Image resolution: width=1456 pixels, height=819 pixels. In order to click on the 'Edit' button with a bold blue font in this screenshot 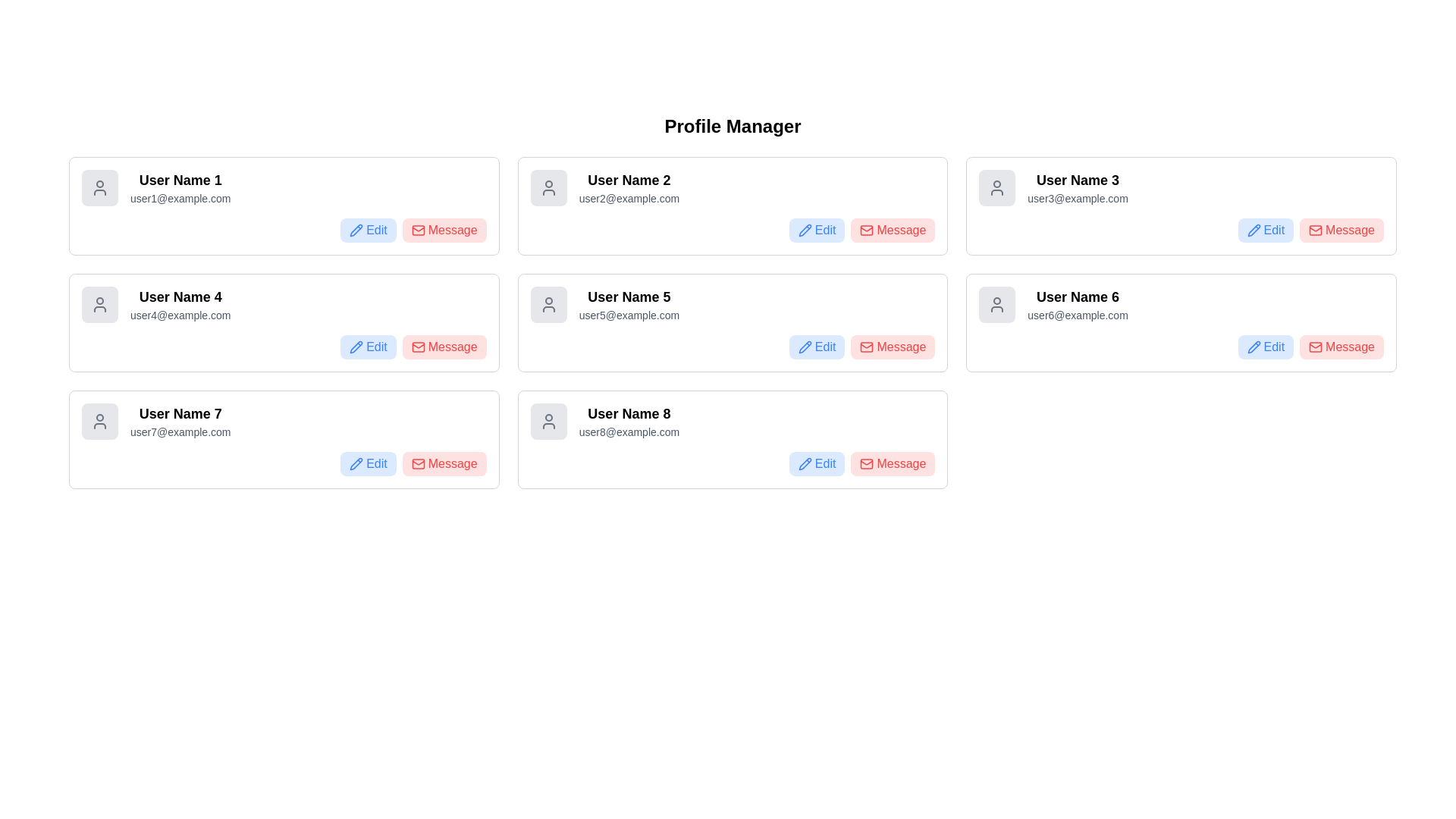, I will do `click(824, 347)`.